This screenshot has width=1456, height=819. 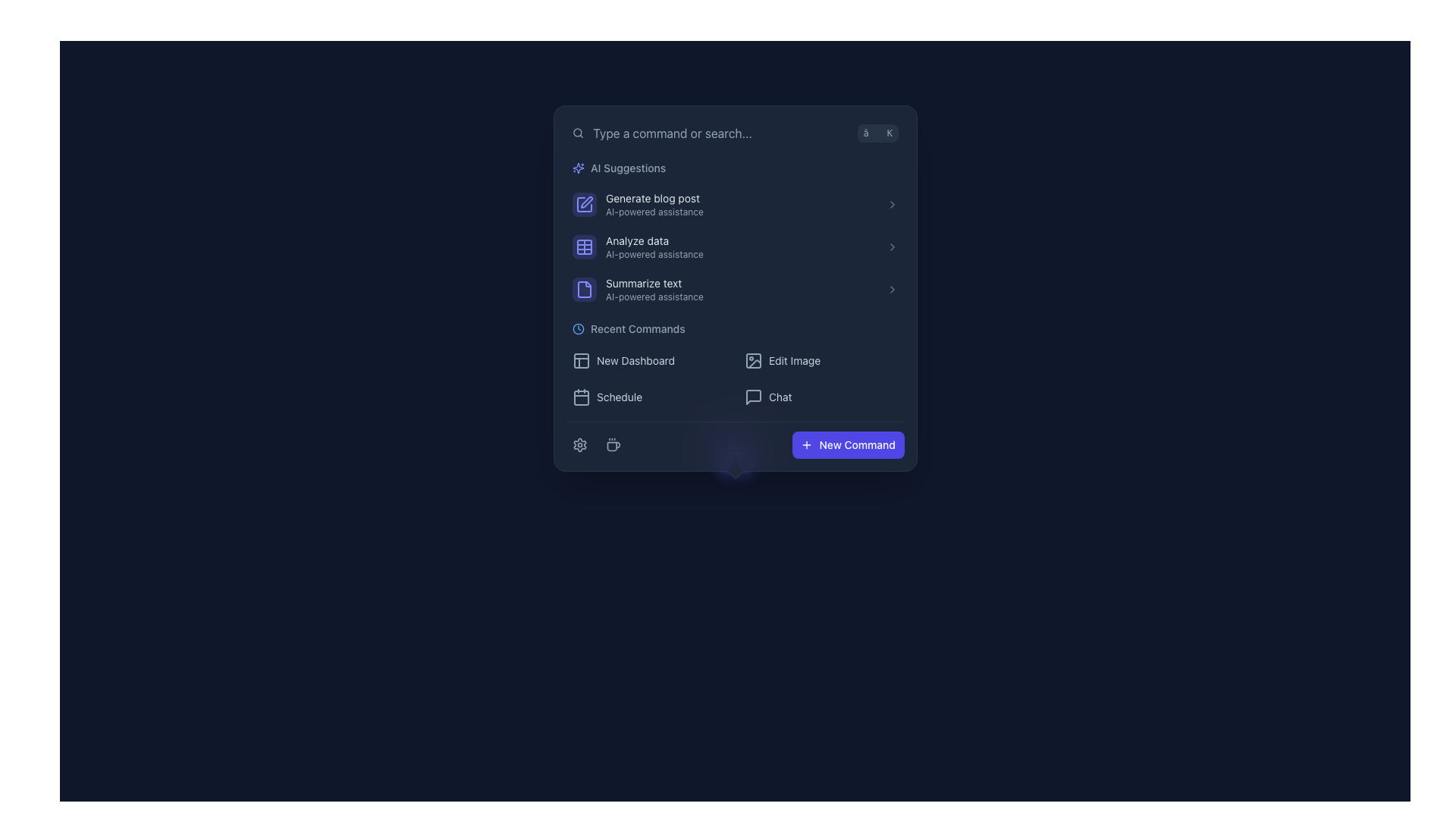 What do you see at coordinates (821, 360) in the screenshot?
I see `the image editing button located in the 'Recent Commands' section, which is the second button in the first row of the grid` at bounding box center [821, 360].